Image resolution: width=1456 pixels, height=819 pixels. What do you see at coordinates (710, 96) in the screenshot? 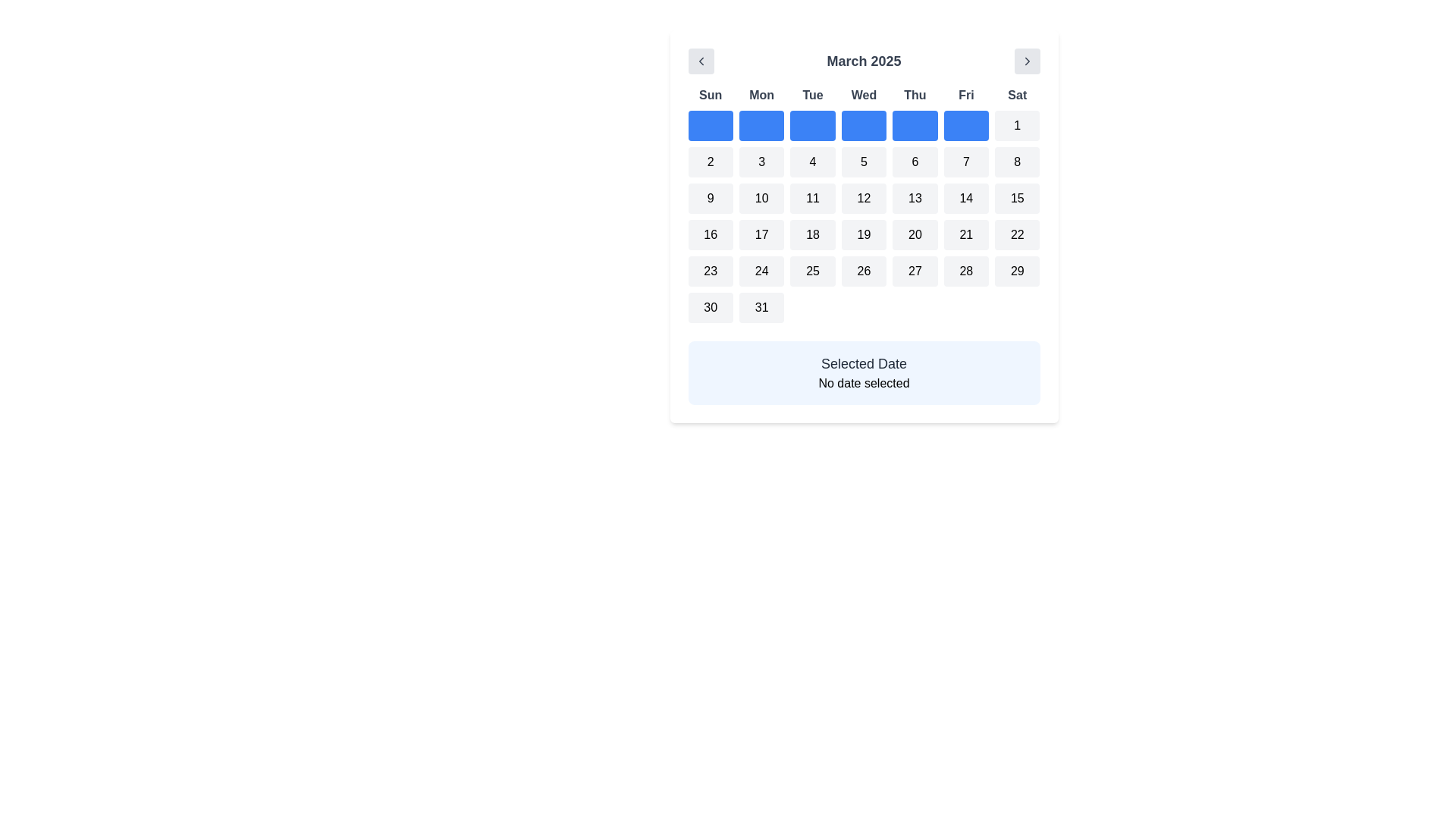
I see `the text label displaying 'Sun', which is the first element in the weekday header row of the calendar interface` at bounding box center [710, 96].